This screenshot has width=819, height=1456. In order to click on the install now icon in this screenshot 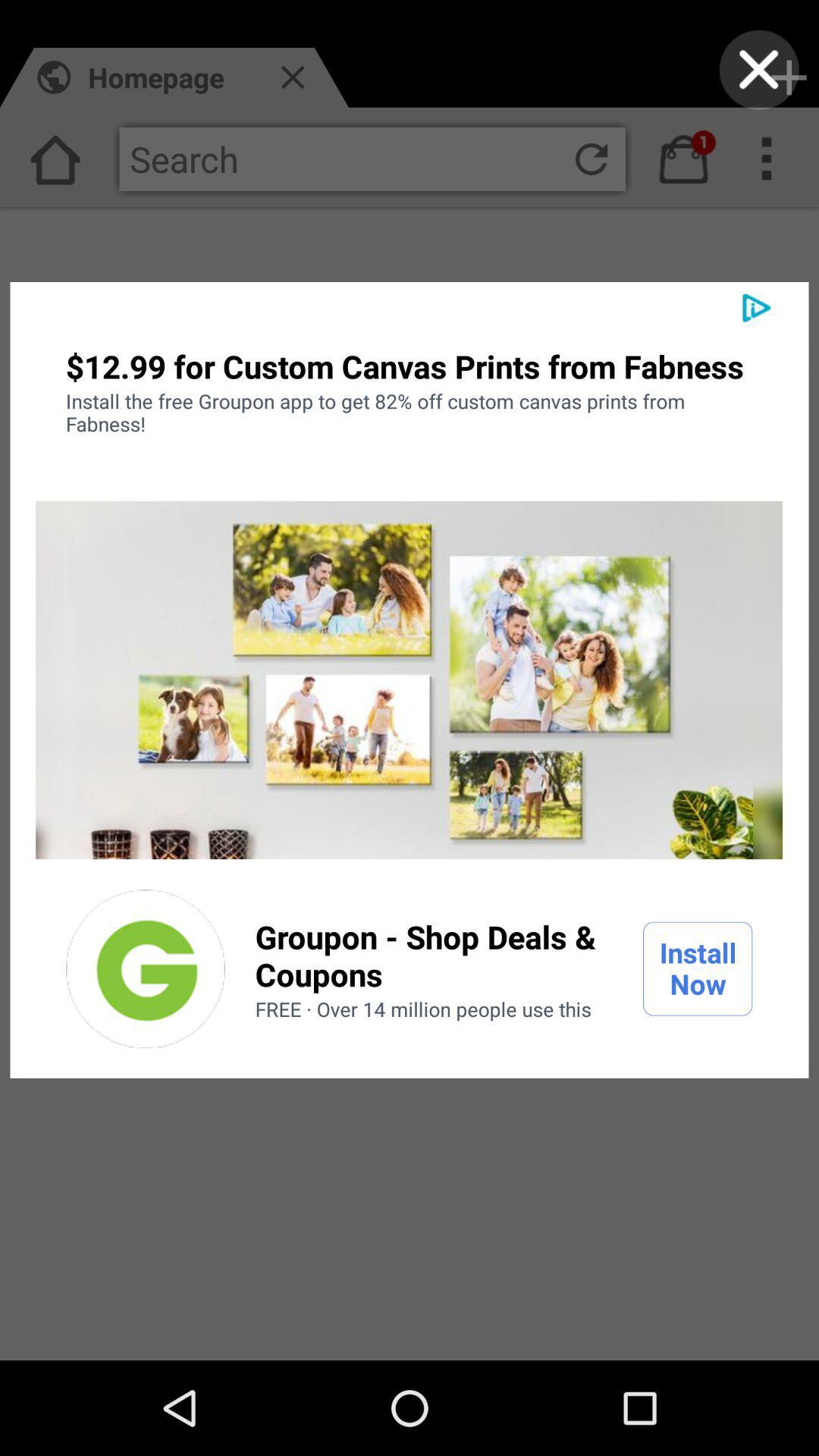, I will do `click(698, 968)`.